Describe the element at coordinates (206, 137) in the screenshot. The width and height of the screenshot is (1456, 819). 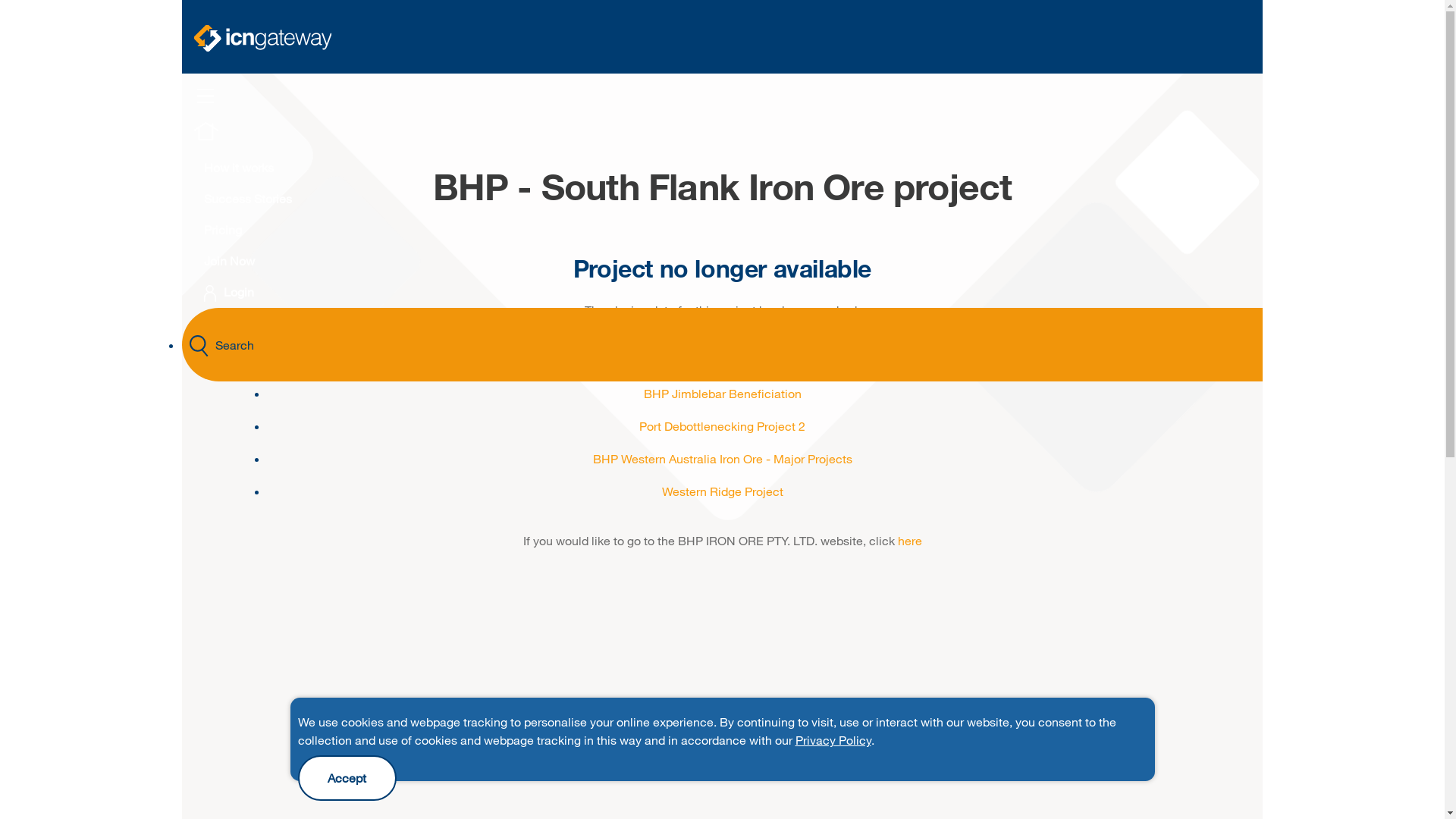
I see `'ICN Gateway Home'` at that location.